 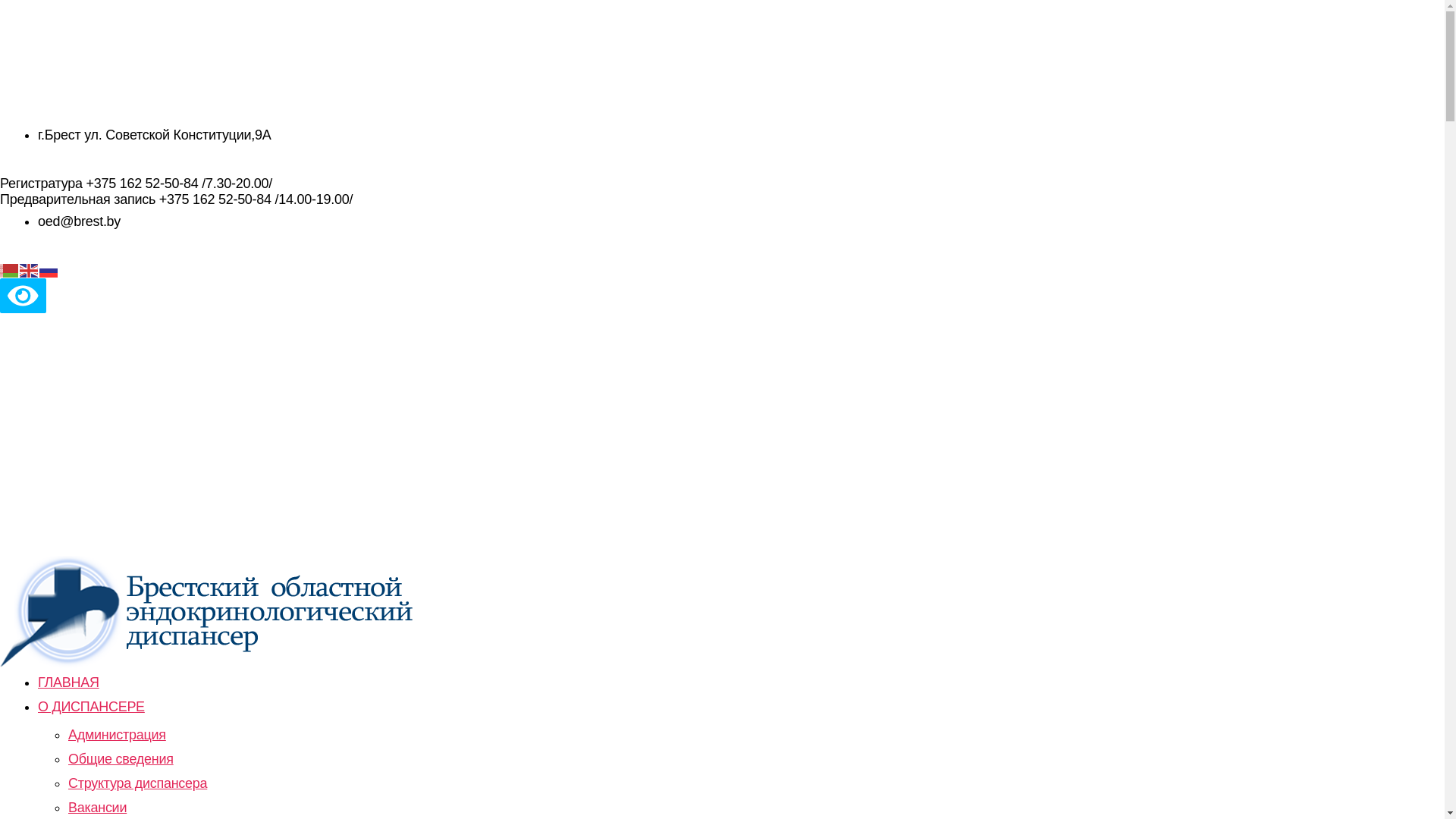 What do you see at coordinates (29, 268) in the screenshot?
I see `'English'` at bounding box center [29, 268].